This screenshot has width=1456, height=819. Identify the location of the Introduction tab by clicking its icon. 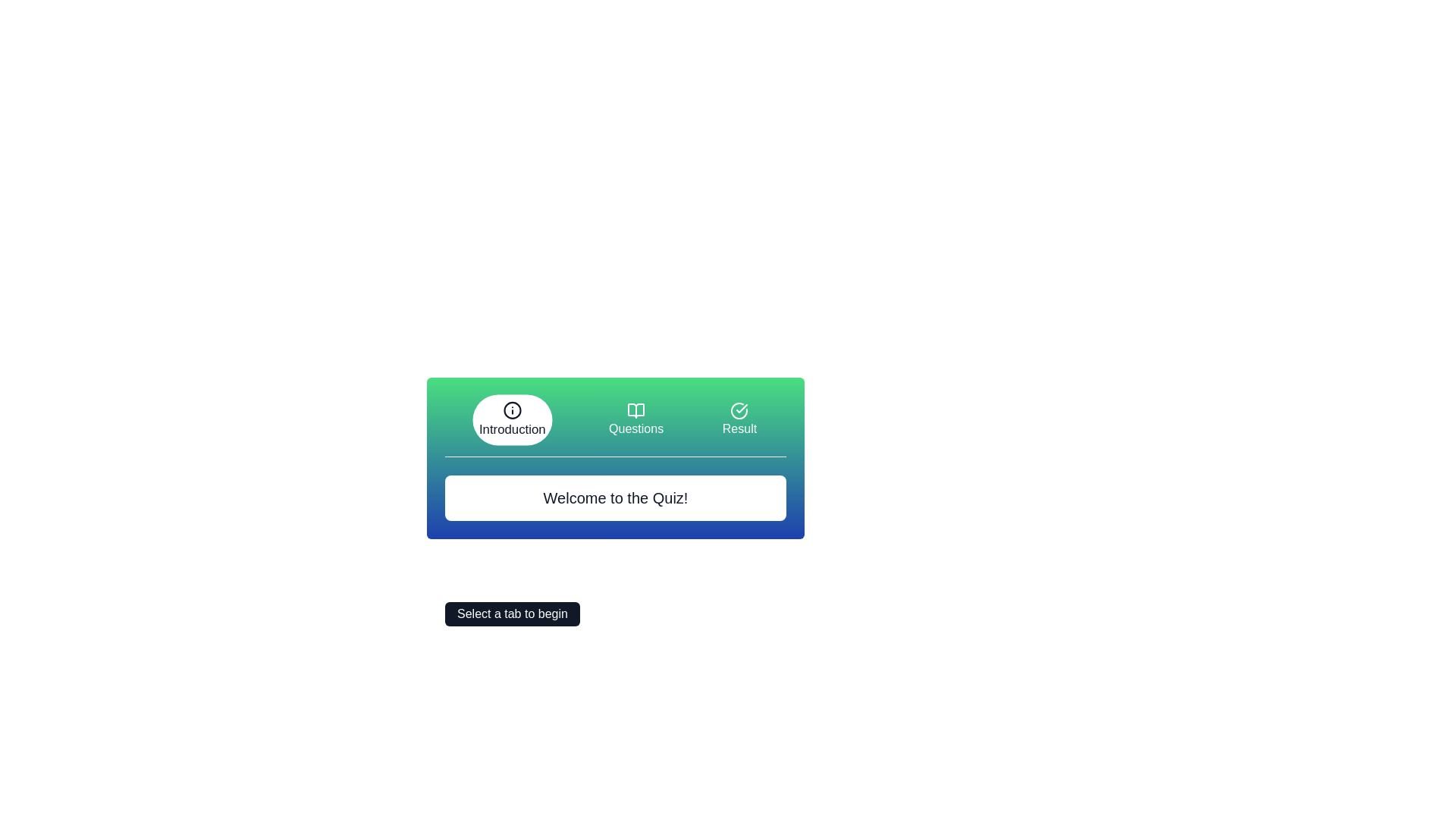
(512, 420).